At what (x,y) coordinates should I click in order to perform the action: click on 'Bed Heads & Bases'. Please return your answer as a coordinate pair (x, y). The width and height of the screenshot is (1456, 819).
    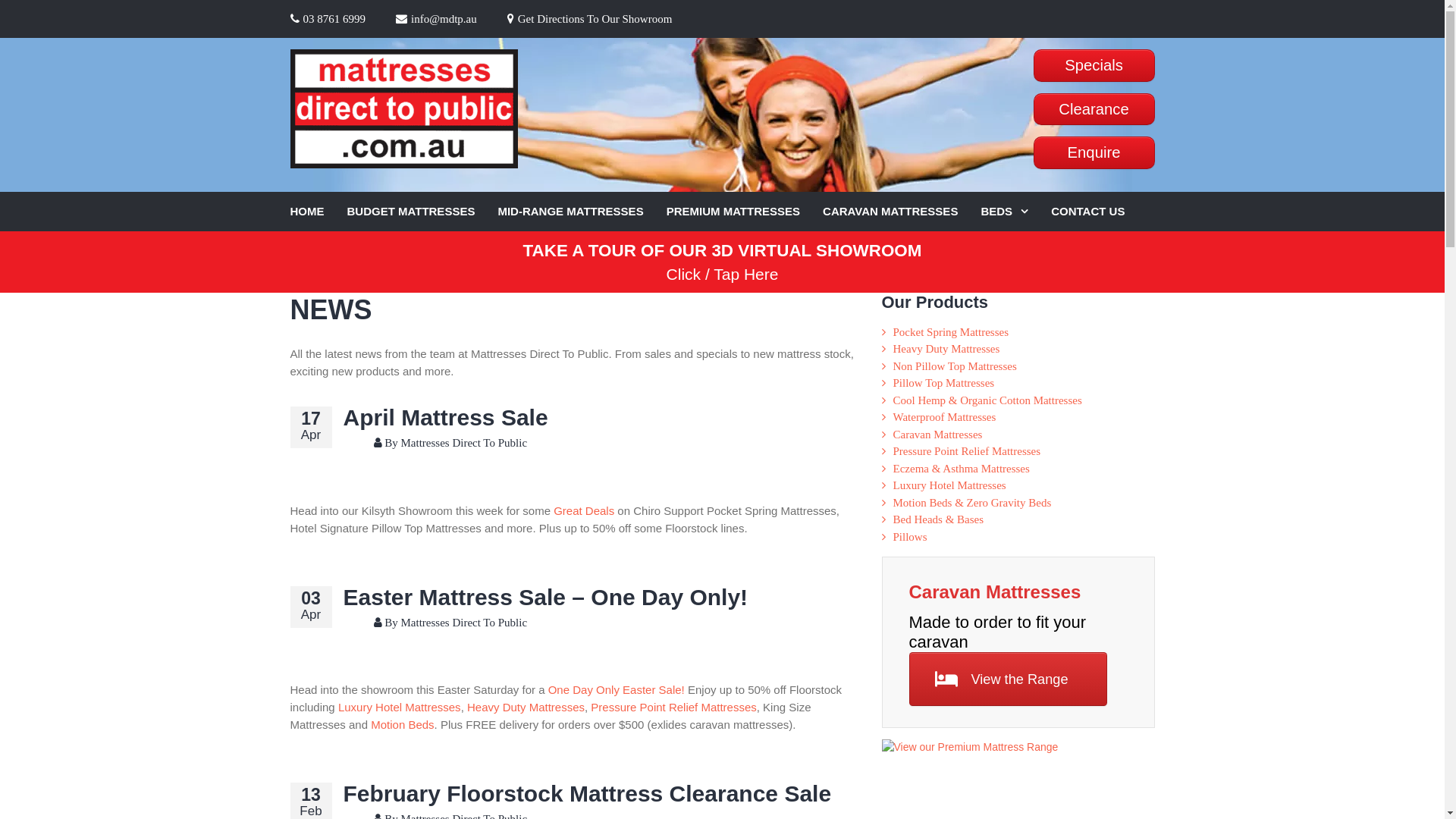
    Looking at the image, I should click on (938, 519).